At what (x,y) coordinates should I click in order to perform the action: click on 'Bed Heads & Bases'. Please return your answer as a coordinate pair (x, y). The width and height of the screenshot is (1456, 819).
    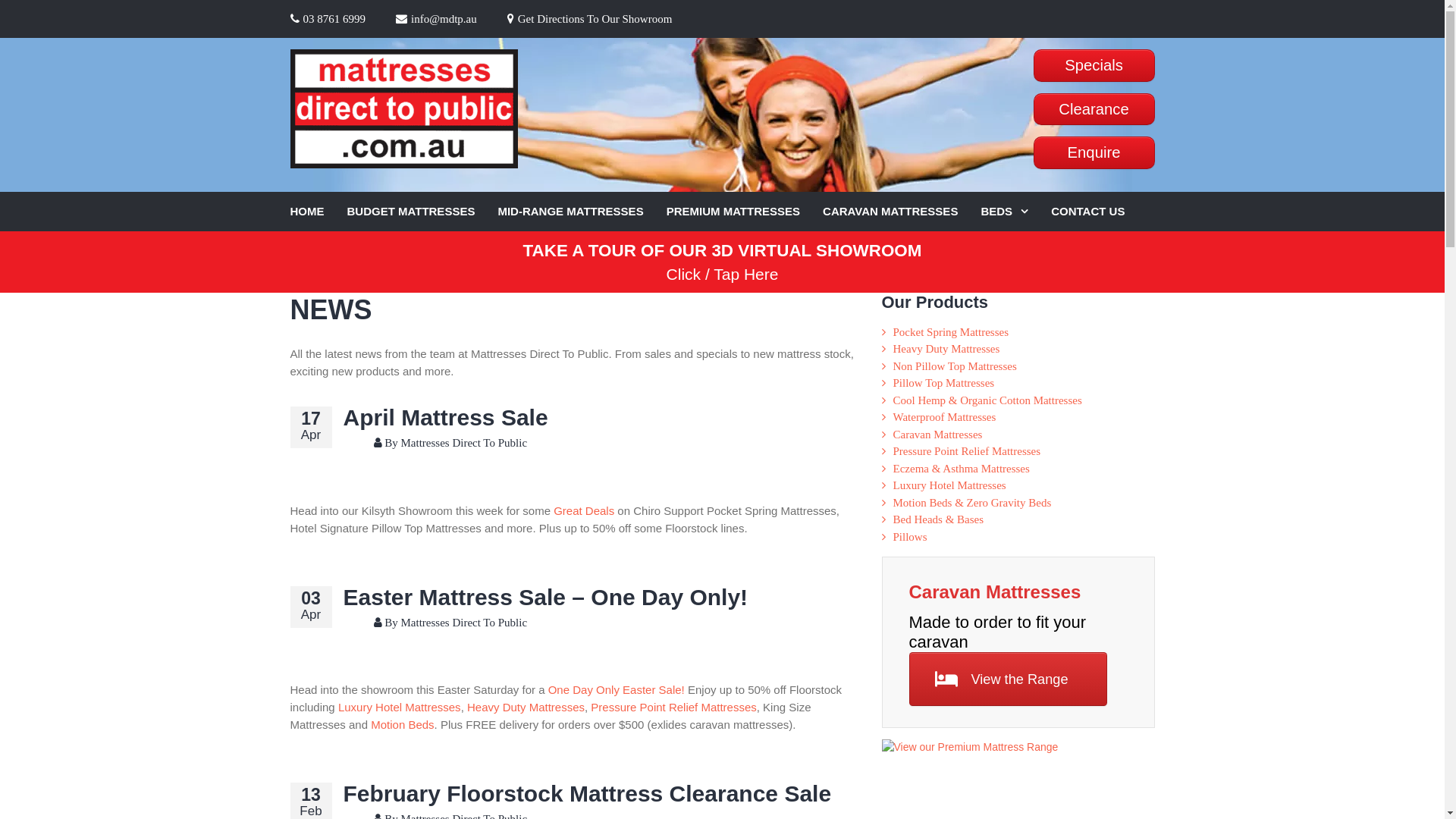
    Looking at the image, I should click on (938, 519).